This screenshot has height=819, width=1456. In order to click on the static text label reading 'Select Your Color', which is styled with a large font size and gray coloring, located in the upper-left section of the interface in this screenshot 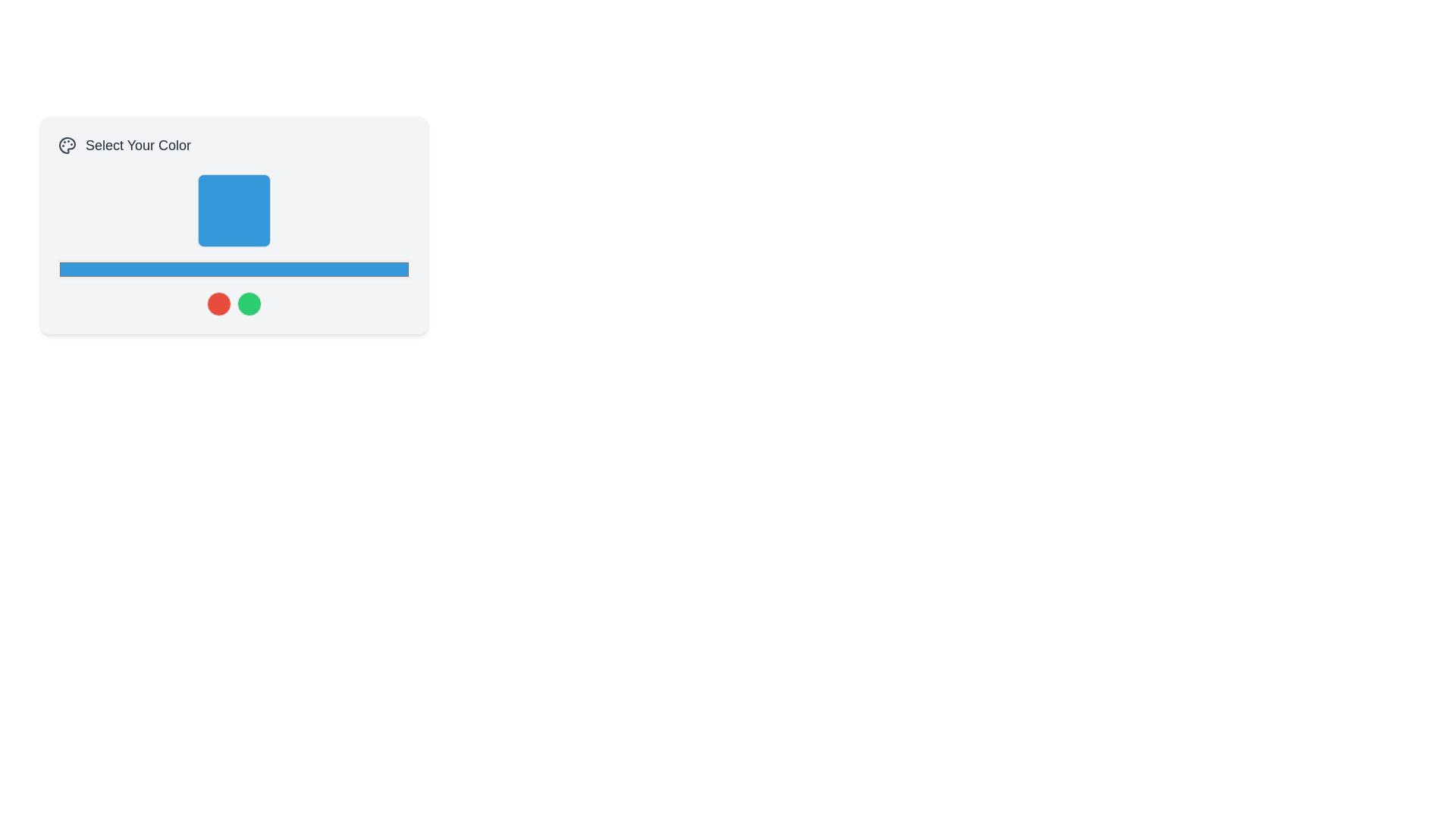, I will do `click(138, 146)`.